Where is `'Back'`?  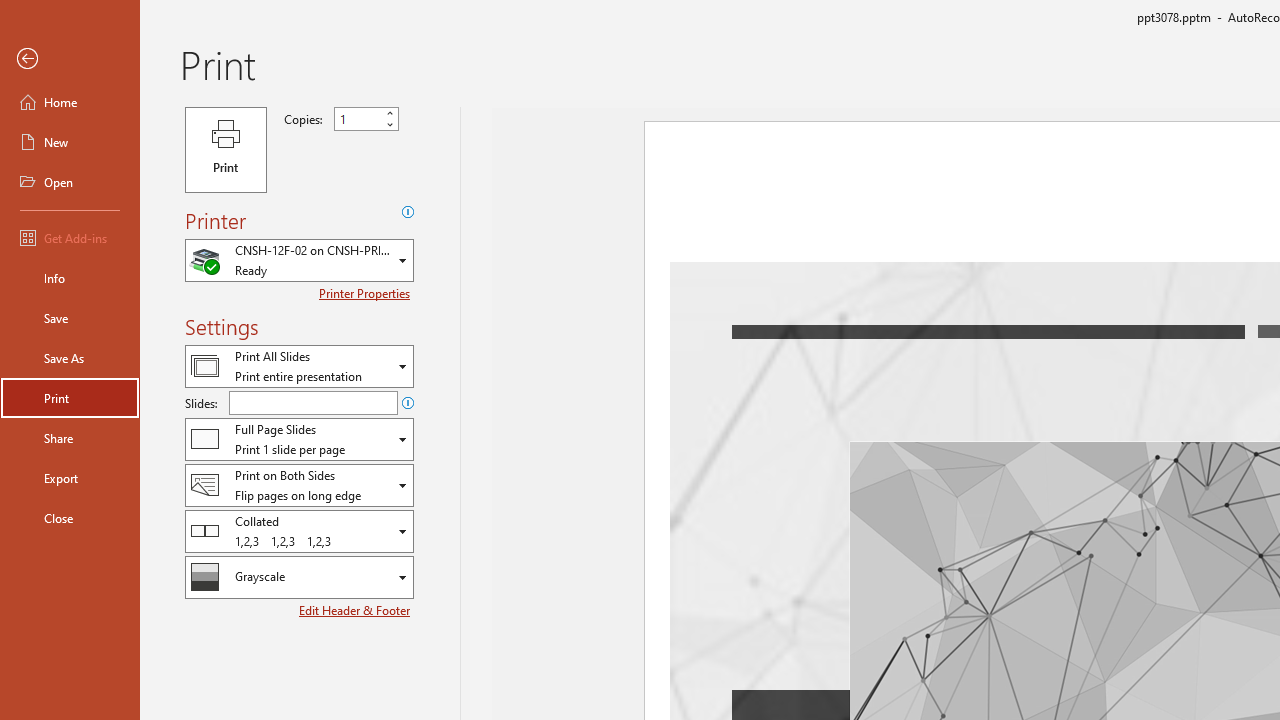
'Back' is located at coordinates (69, 58).